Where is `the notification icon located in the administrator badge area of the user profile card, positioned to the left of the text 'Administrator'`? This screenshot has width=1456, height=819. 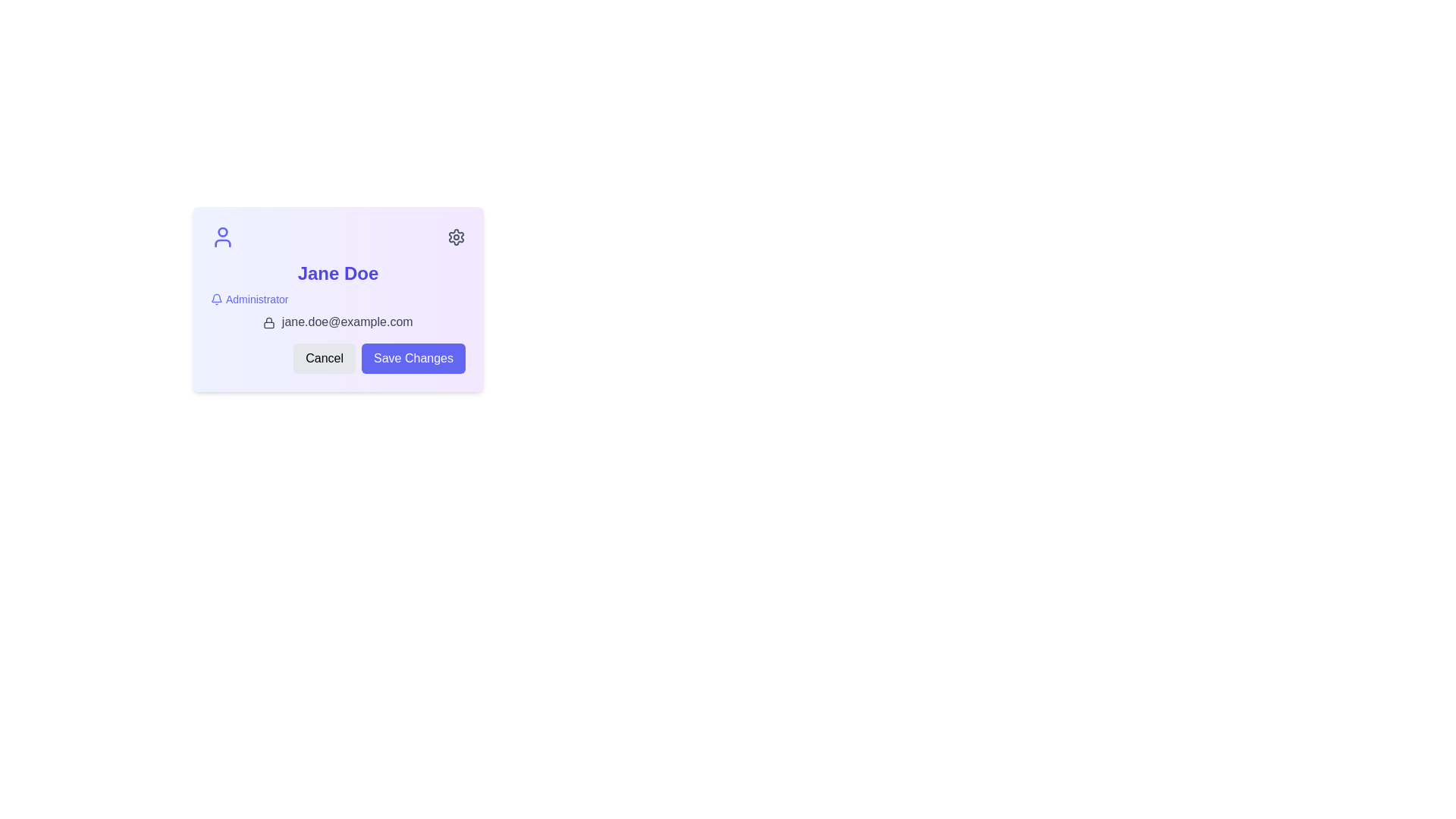 the notification icon located in the administrator badge area of the user profile card, positioned to the left of the text 'Administrator' is located at coordinates (216, 299).